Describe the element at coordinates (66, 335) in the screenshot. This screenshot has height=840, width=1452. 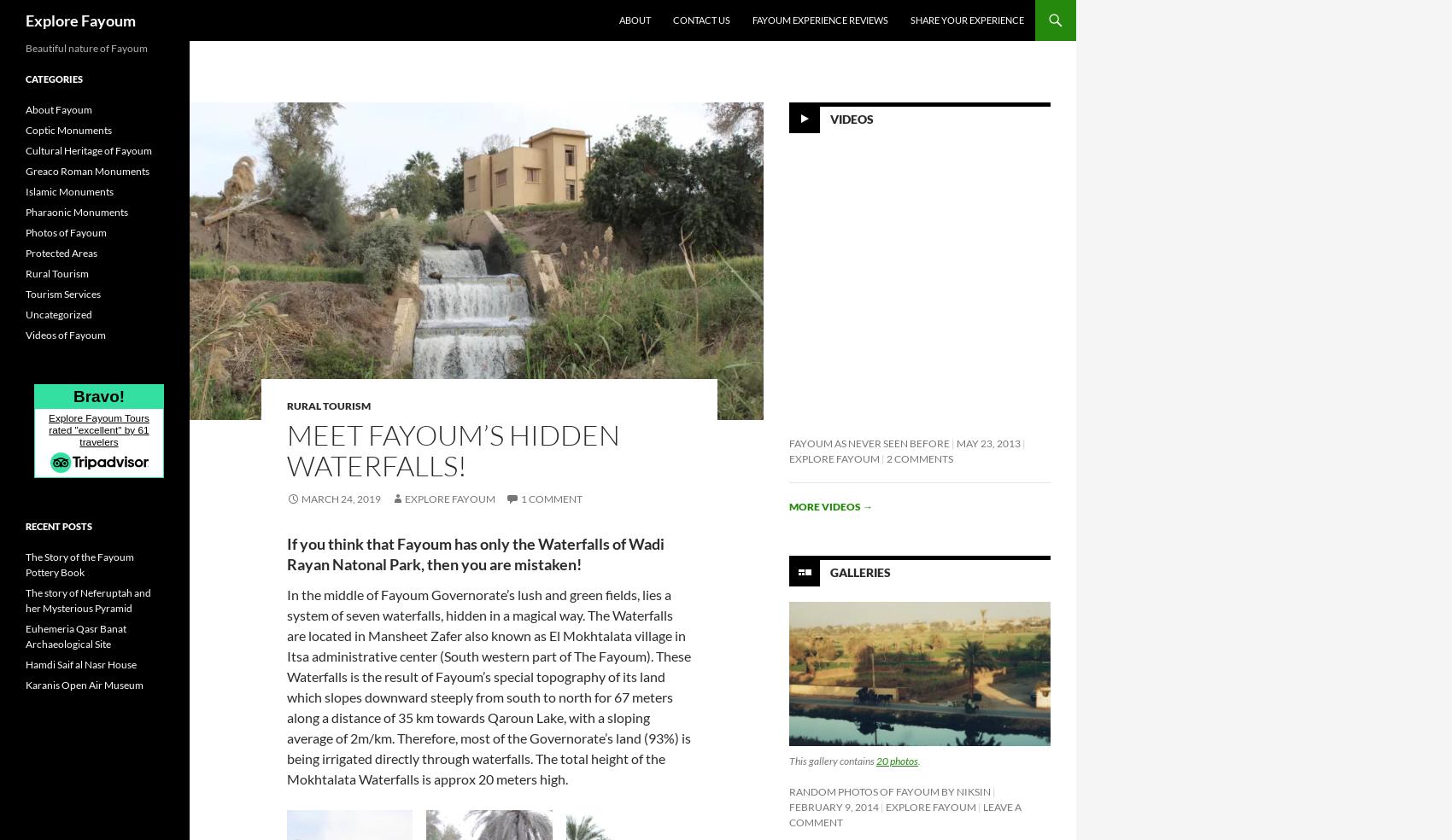
I see `'Videos of Fayoum'` at that location.